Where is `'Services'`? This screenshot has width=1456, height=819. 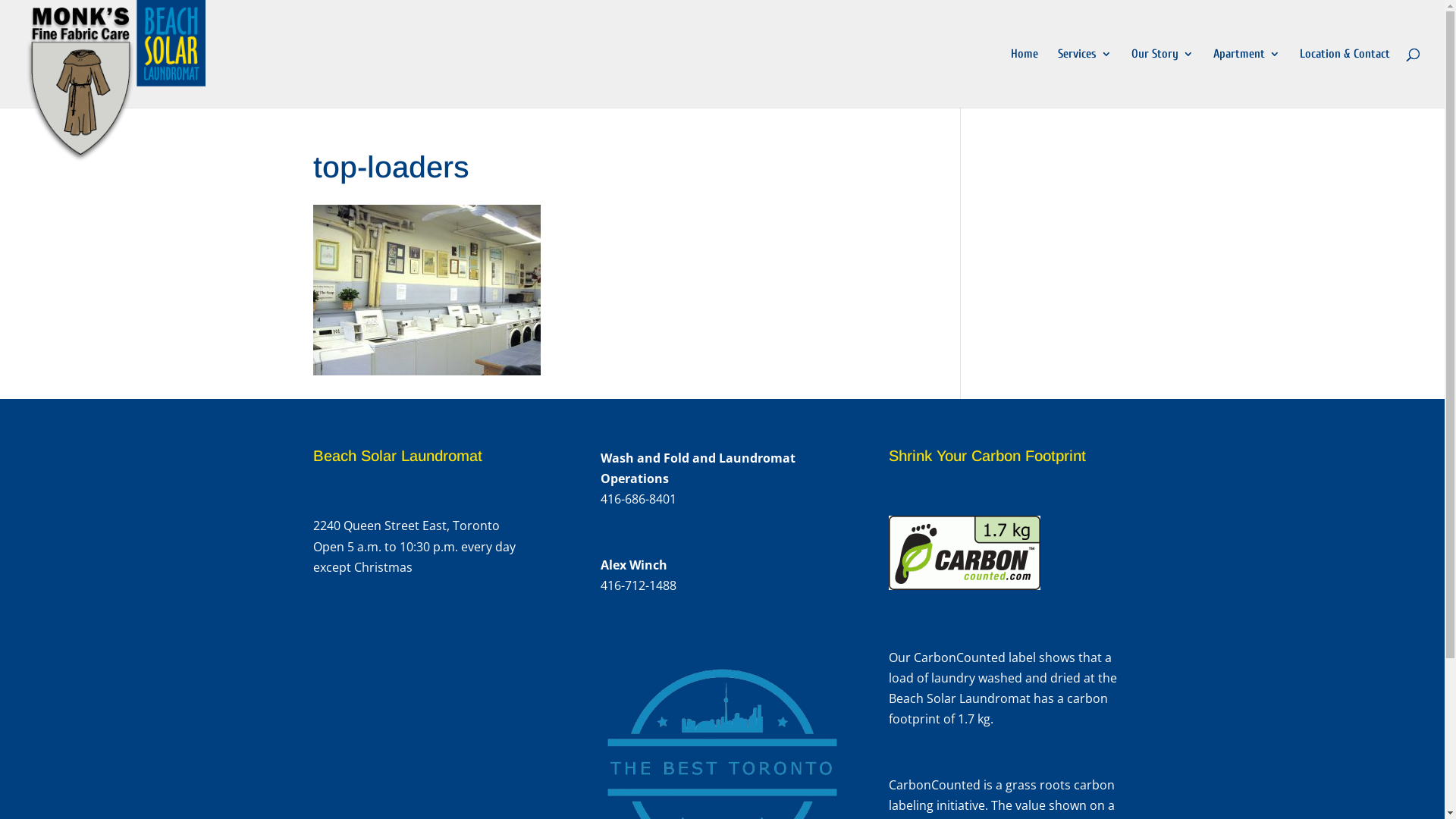
'Services' is located at coordinates (1084, 78).